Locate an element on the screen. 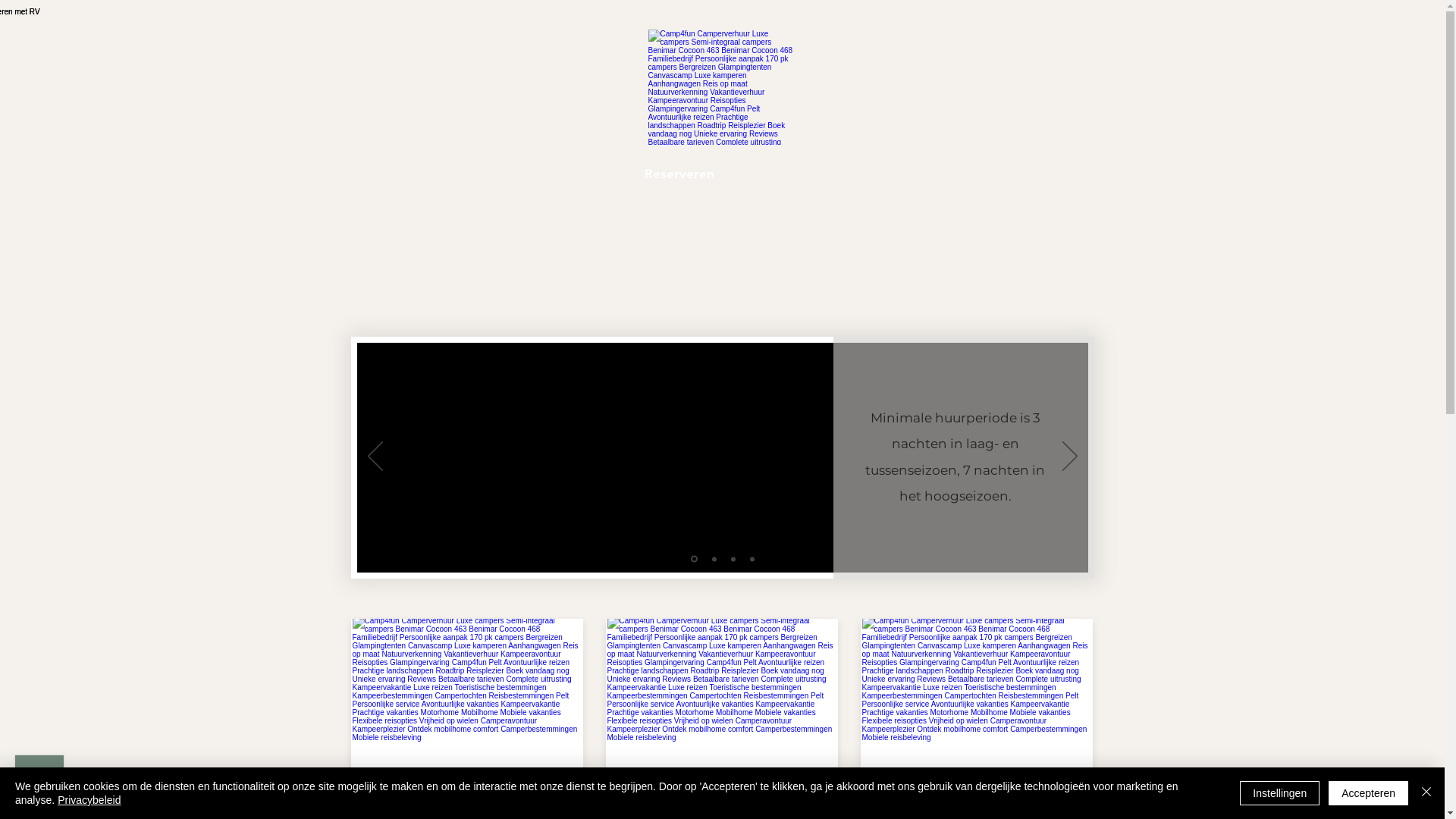 The image size is (1456, 819). 'Campers' is located at coordinates (526, 172).